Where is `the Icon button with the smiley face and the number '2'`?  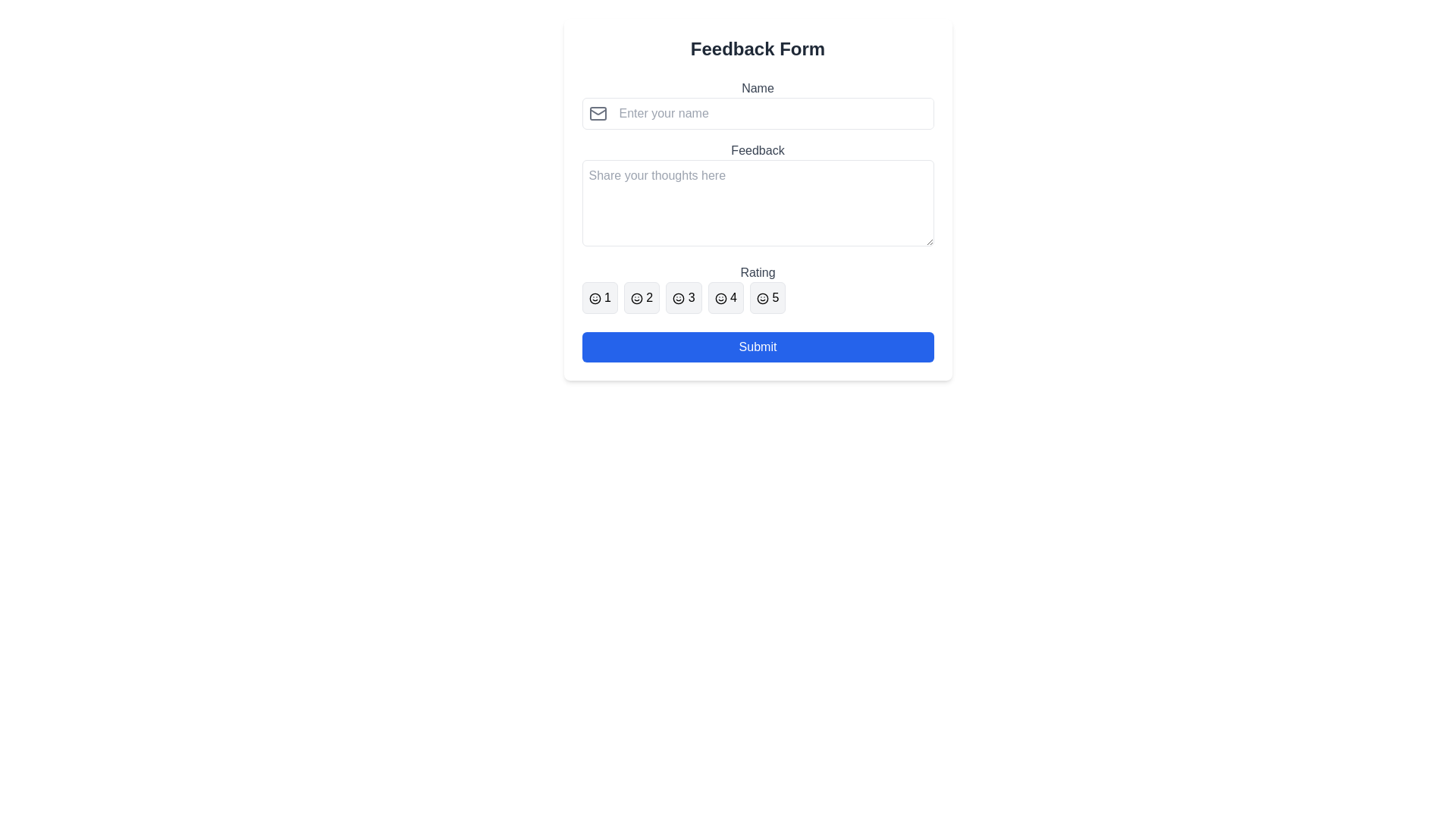
the Icon button with the smiley face and the number '2' is located at coordinates (636, 298).